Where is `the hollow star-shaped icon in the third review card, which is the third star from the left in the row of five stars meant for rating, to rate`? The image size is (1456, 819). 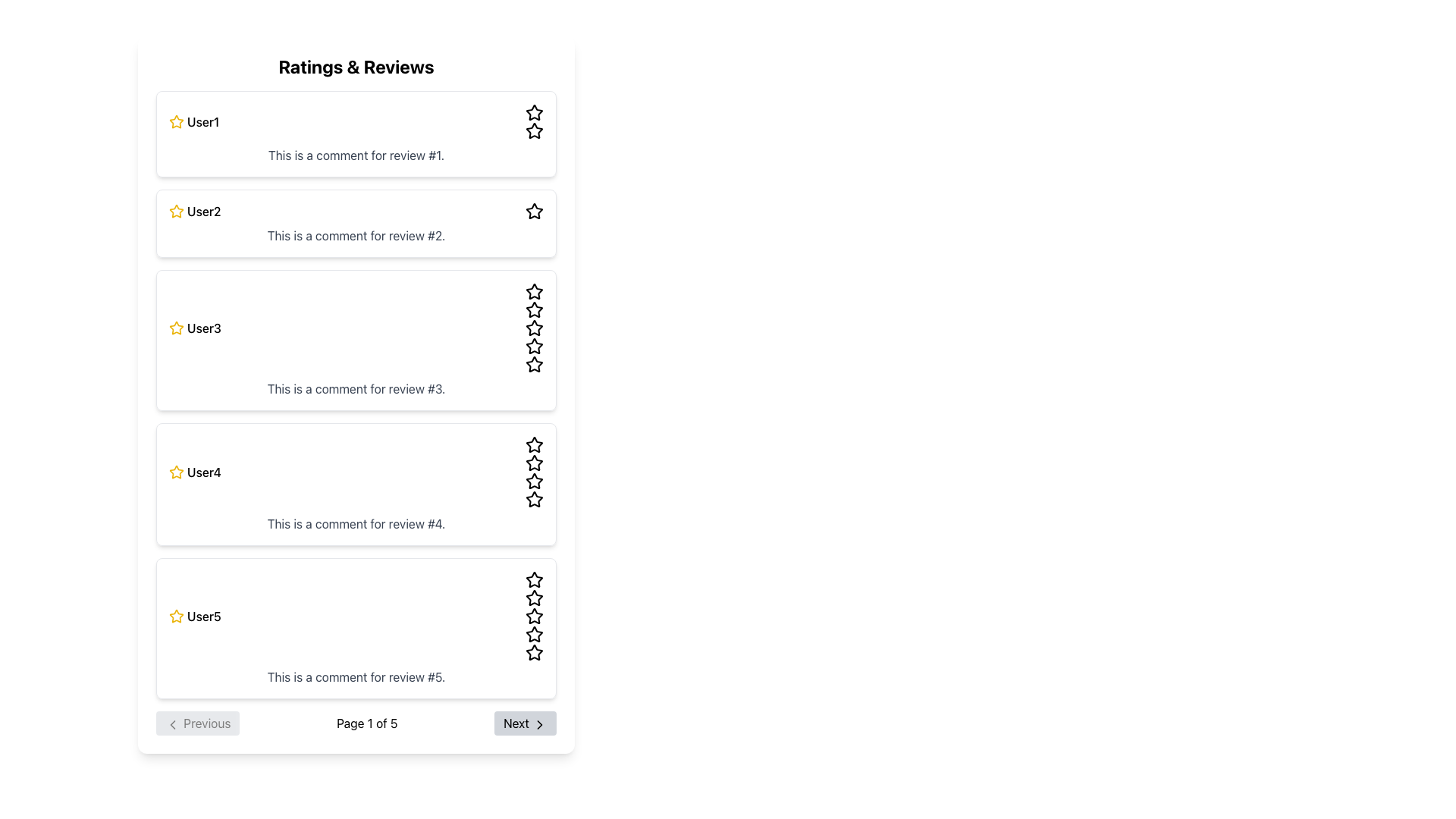 the hollow star-shaped icon in the third review card, which is the third star from the left in the row of five stars meant for rating, to rate is located at coordinates (535, 291).